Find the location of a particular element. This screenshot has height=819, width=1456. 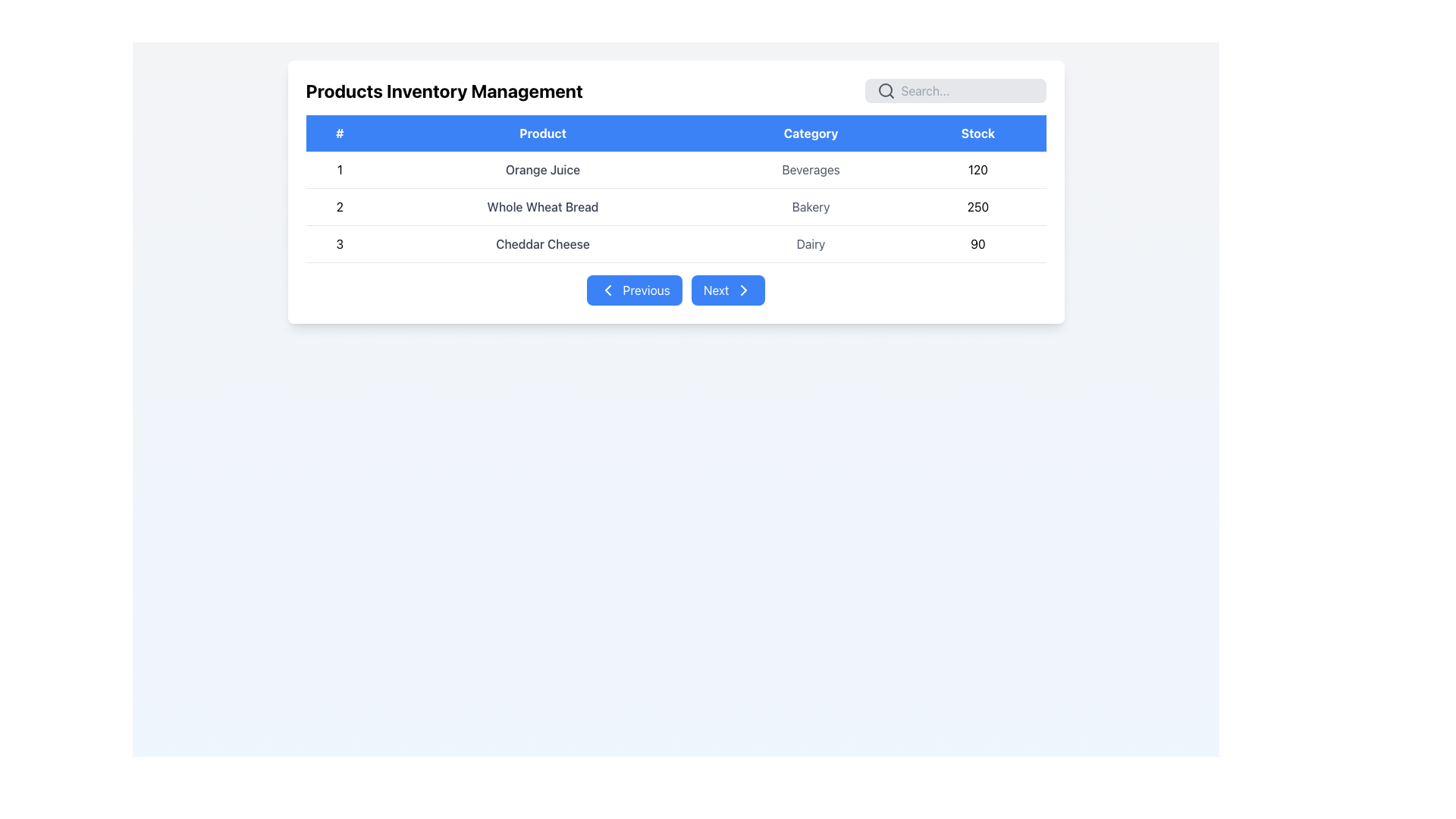

the first row of the 'Products Inventory Management' table is located at coordinates (675, 170).